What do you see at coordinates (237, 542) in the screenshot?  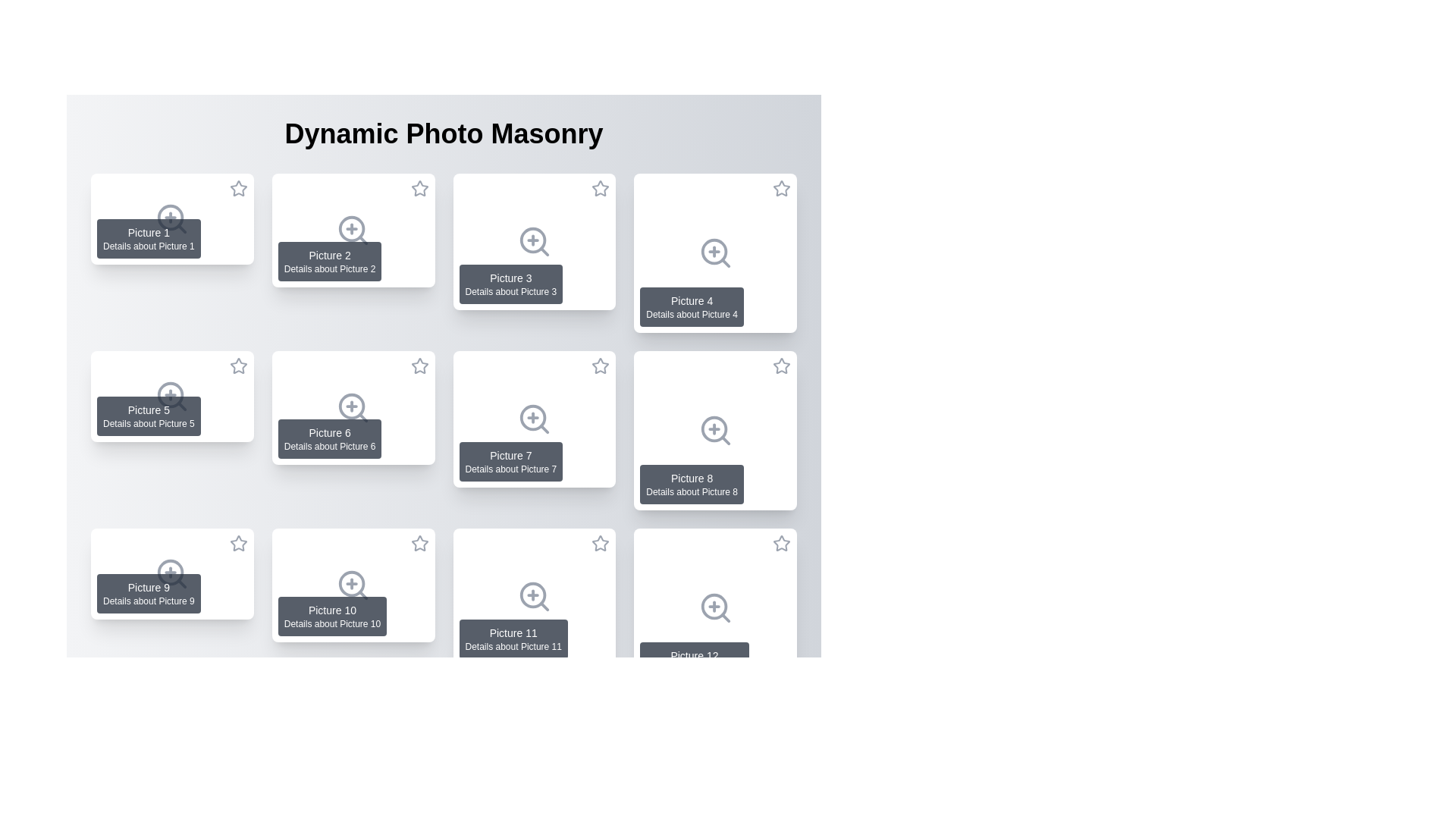 I see `the star button in the top-right corner of the 'Picture 9' card` at bounding box center [237, 542].